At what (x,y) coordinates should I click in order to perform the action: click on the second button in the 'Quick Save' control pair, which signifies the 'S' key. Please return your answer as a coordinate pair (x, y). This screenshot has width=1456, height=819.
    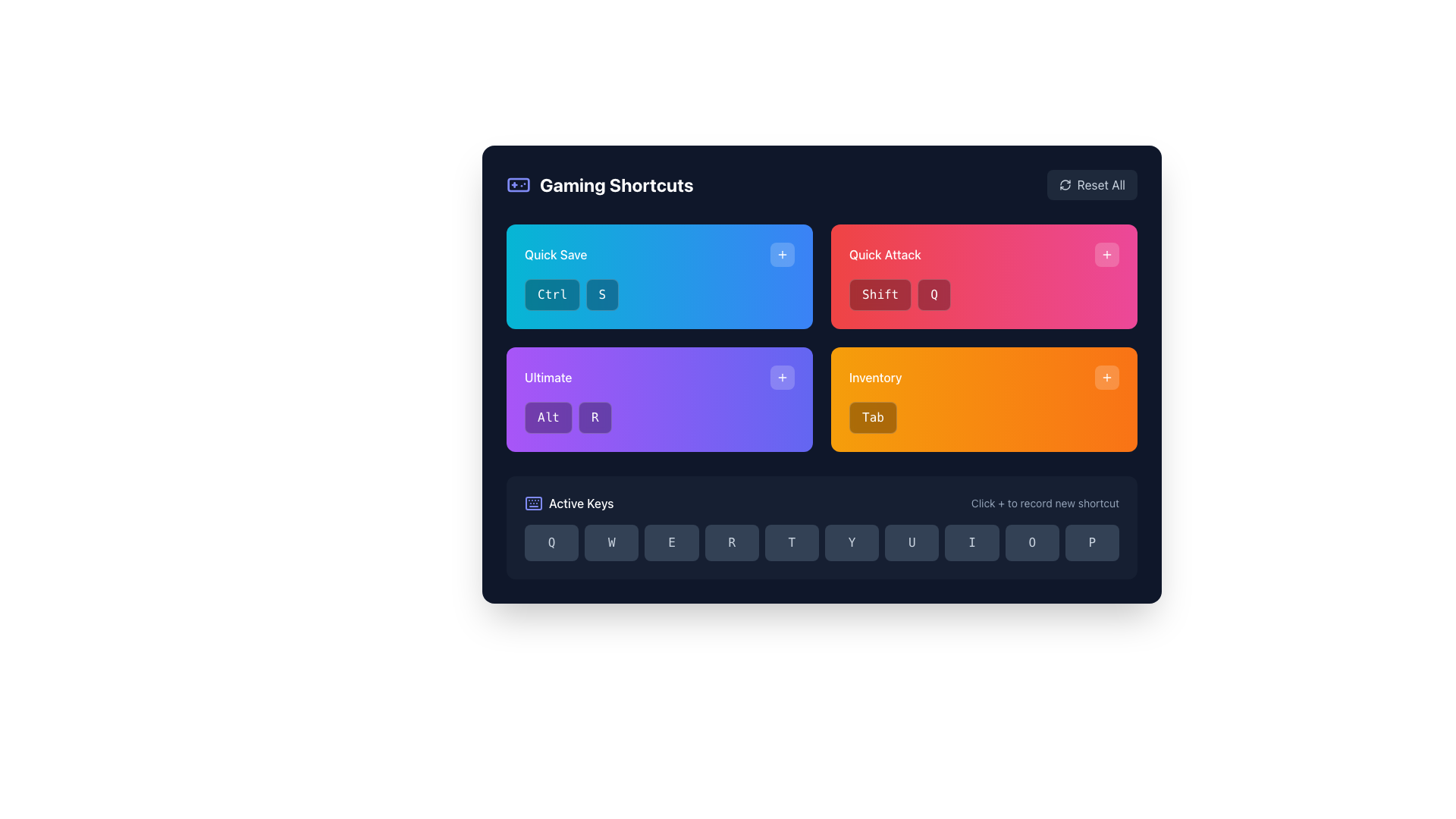
    Looking at the image, I should click on (601, 295).